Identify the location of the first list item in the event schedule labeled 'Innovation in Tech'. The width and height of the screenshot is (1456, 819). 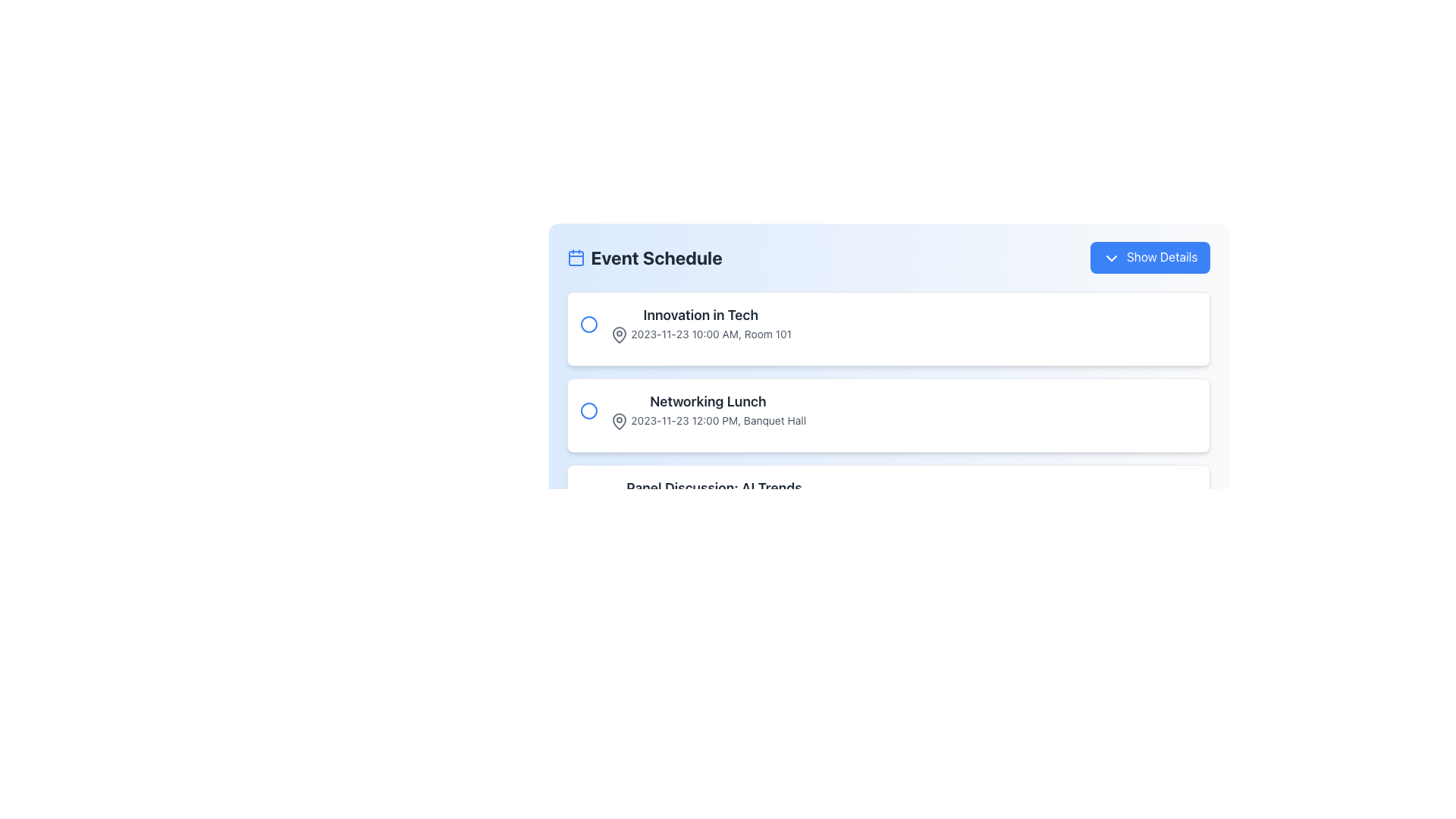
(888, 323).